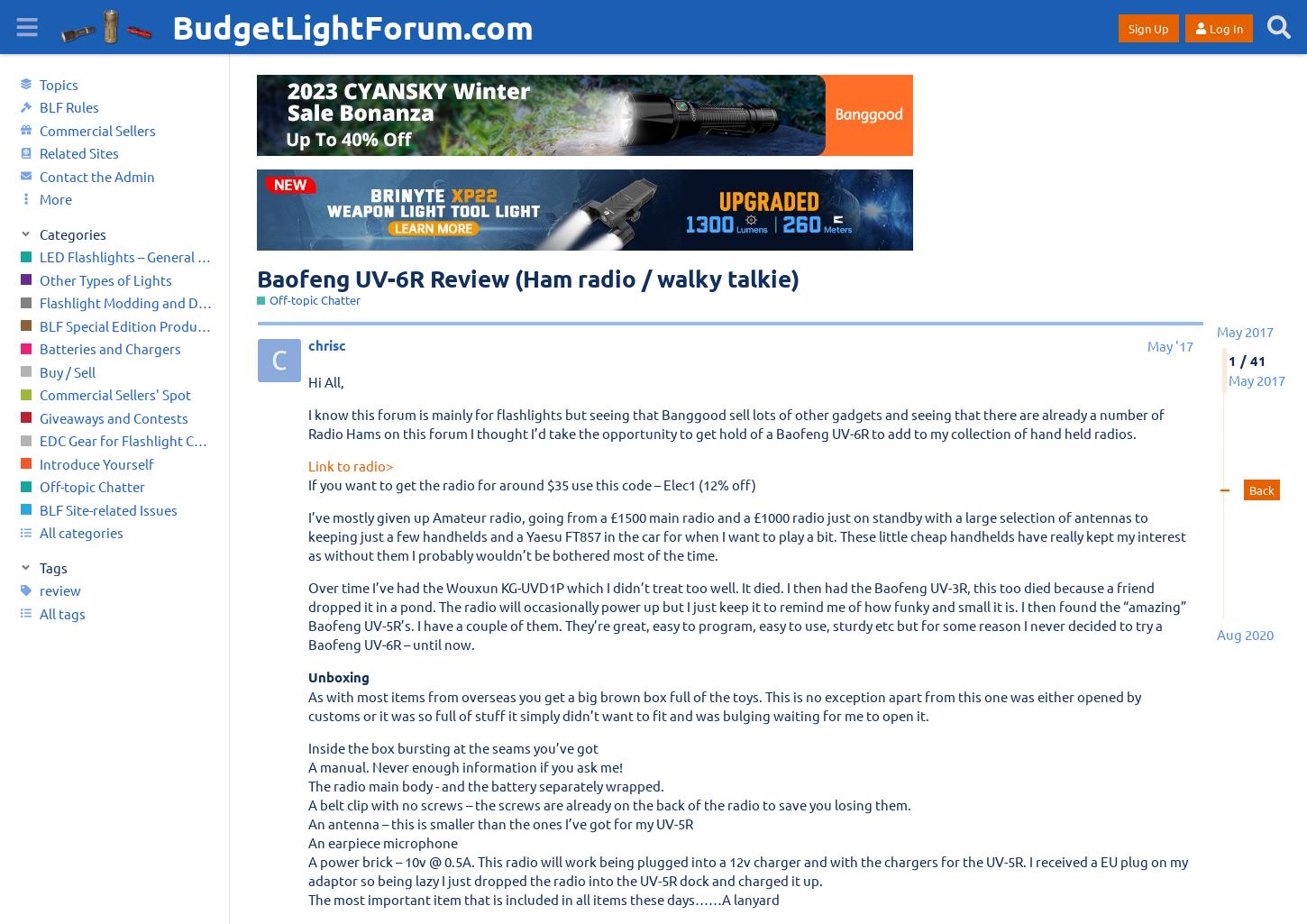 This screenshot has height=924, width=1307. What do you see at coordinates (736, 423) in the screenshot?
I see `'I know this forum is mainly for flashlights but seeing that Banggood sell lots of other gadgets and seeing that there are already a number of Radio Hams on this forum I thought I’d take the opportunity to get hold of a Baofeng UV-6R to add to my collection of hand held radios.'` at bounding box center [736, 423].